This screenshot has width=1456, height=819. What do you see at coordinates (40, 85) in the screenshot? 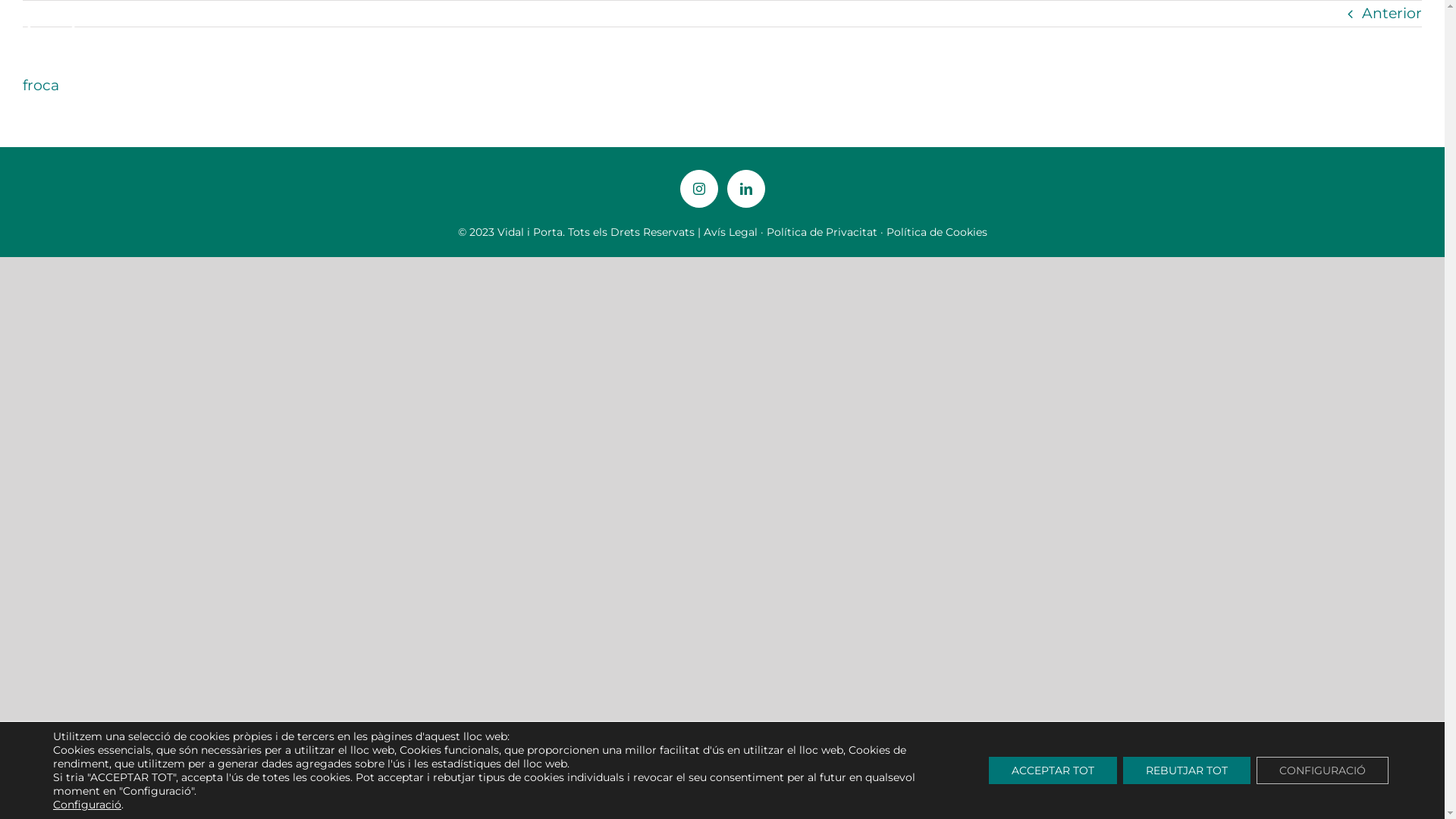
I see `'froca'` at bounding box center [40, 85].